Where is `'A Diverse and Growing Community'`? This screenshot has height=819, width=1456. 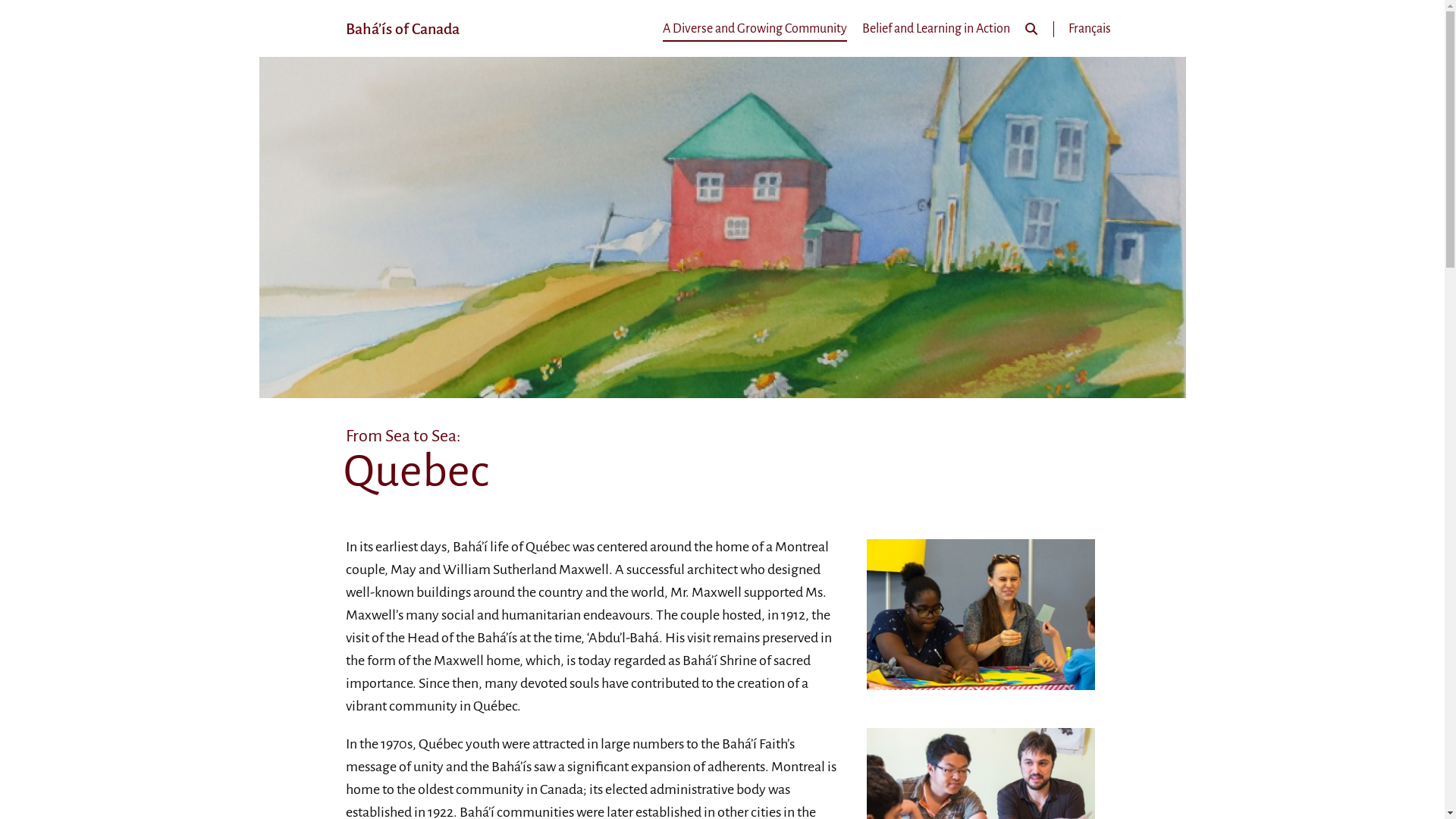 'A Diverse and Growing Community' is located at coordinates (755, 29).